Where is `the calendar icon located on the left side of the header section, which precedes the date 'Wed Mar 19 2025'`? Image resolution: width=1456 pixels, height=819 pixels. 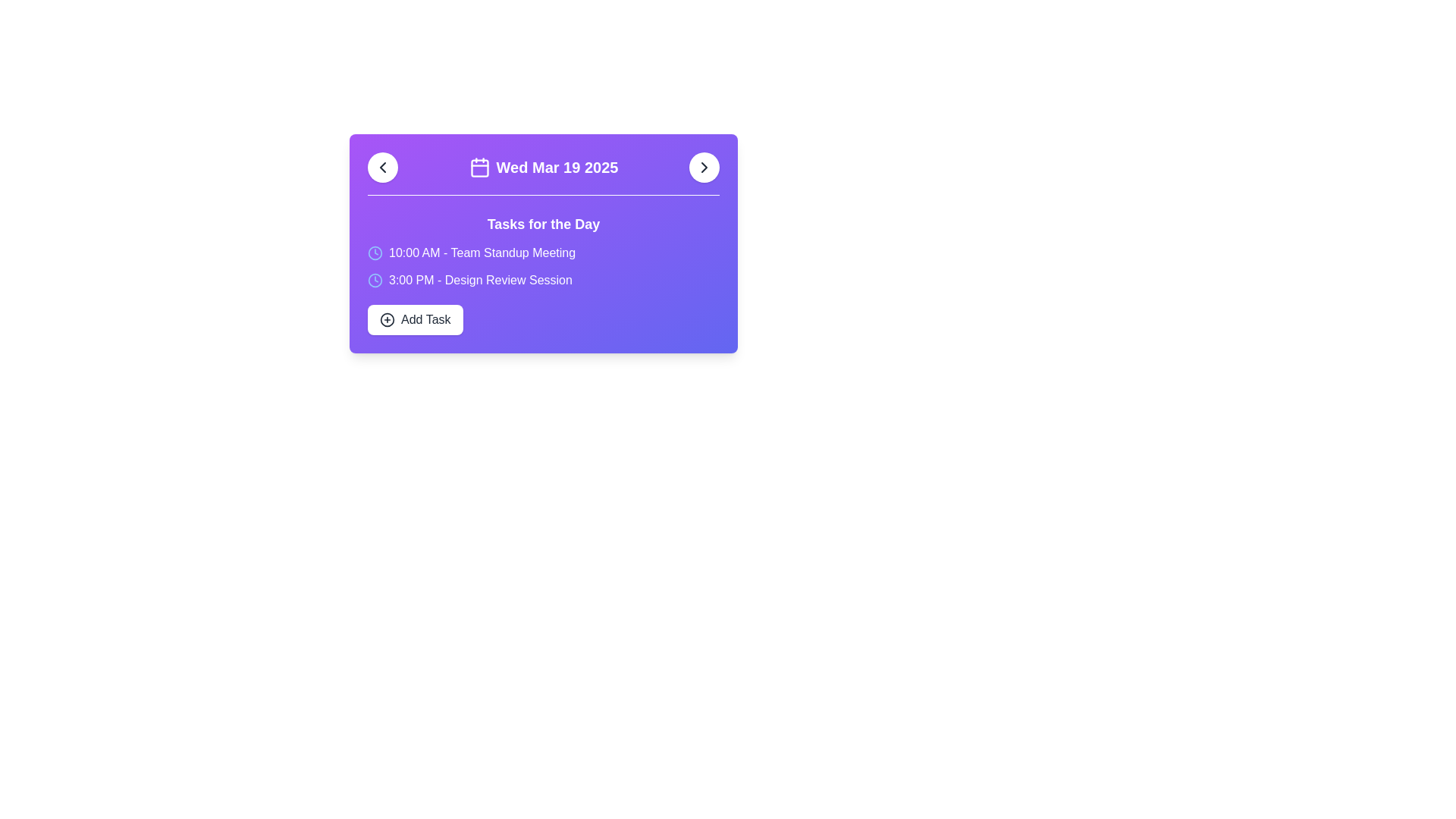 the calendar icon located on the left side of the header section, which precedes the date 'Wed Mar 19 2025' is located at coordinates (479, 167).